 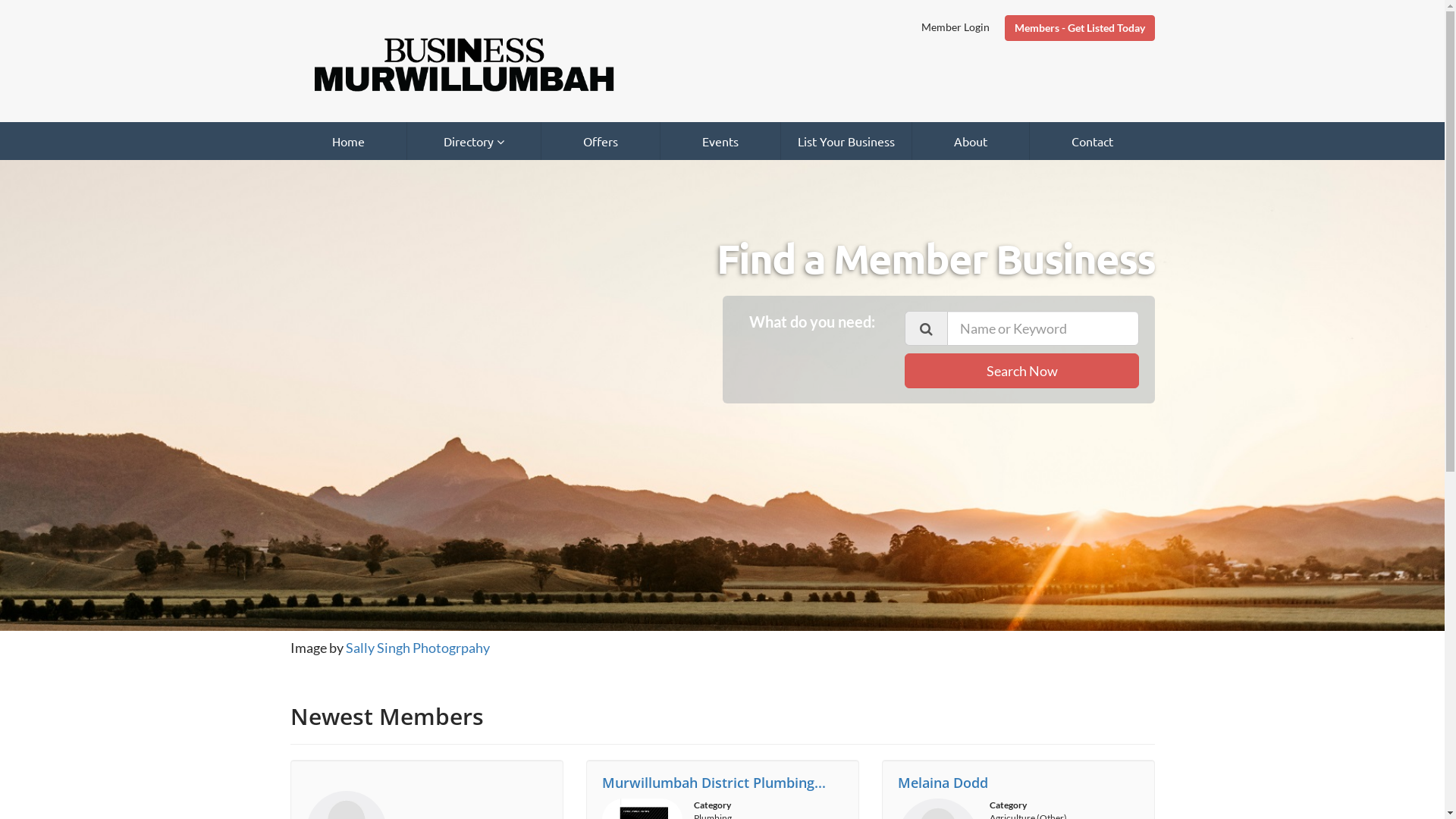 I want to click on 'Events', so click(x=719, y=140).